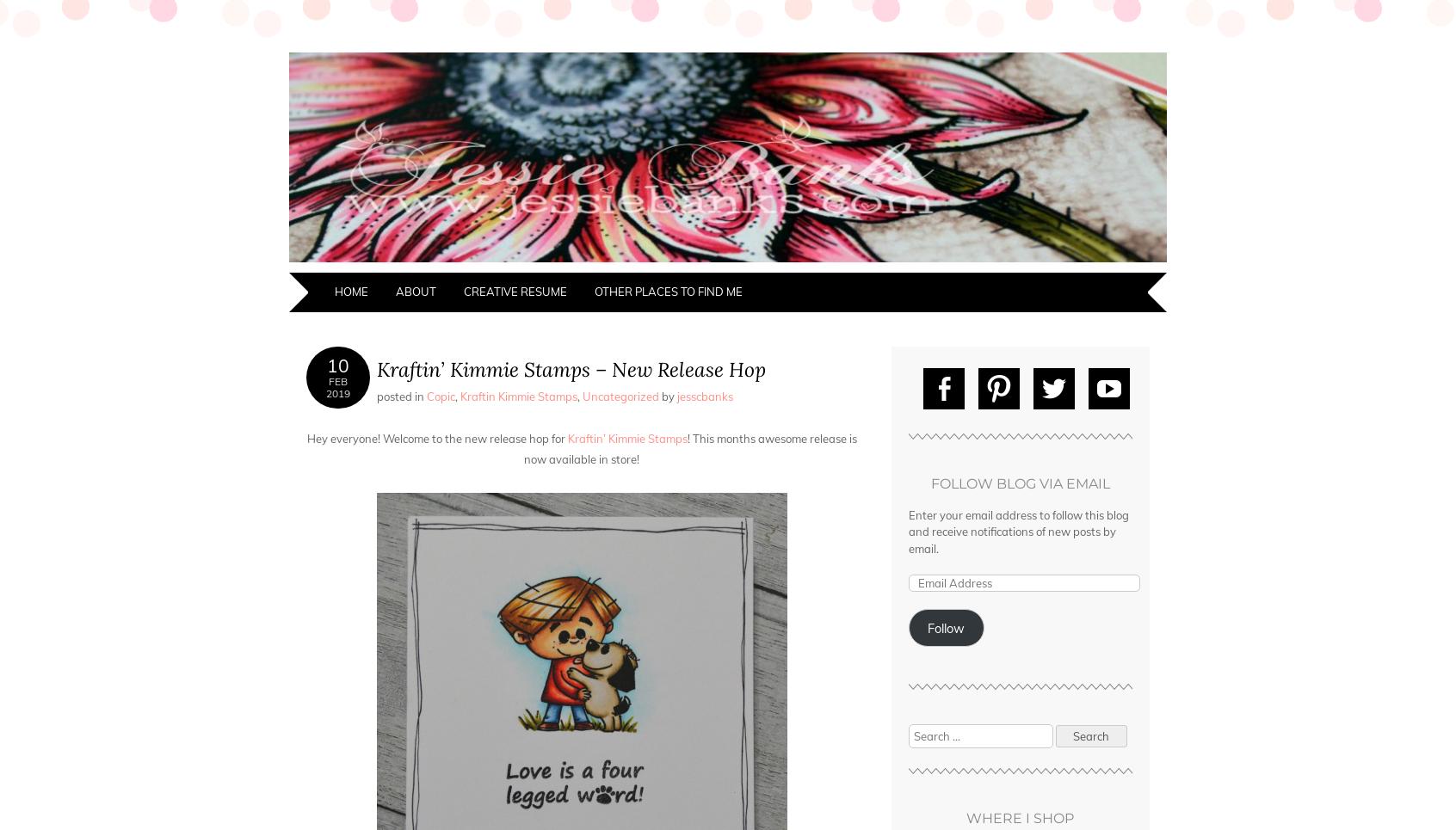  What do you see at coordinates (570, 368) in the screenshot?
I see `'Kraftin’ Kimmie Stamps – New Release Hop'` at bounding box center [570, 368].